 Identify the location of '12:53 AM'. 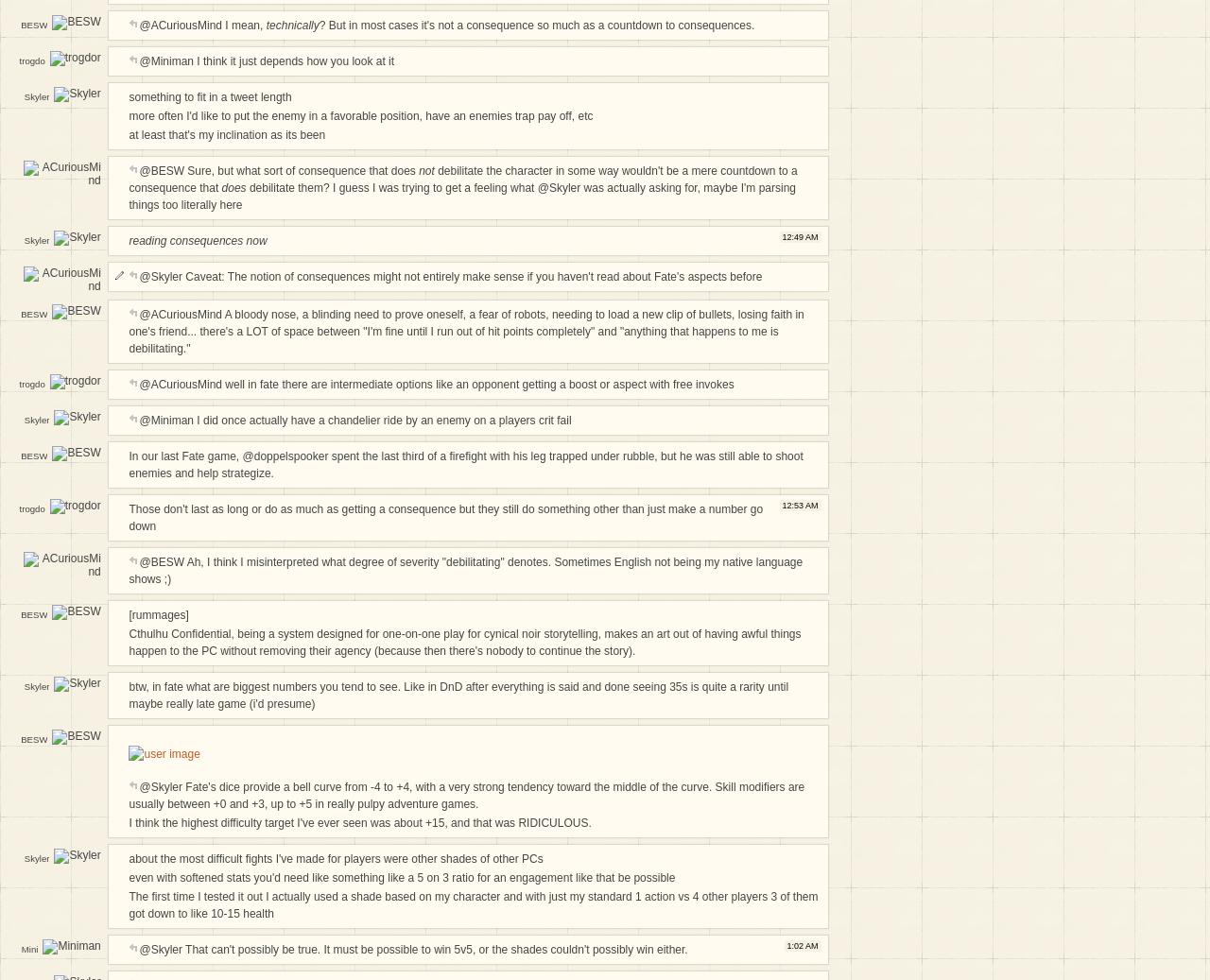
(782, 504).